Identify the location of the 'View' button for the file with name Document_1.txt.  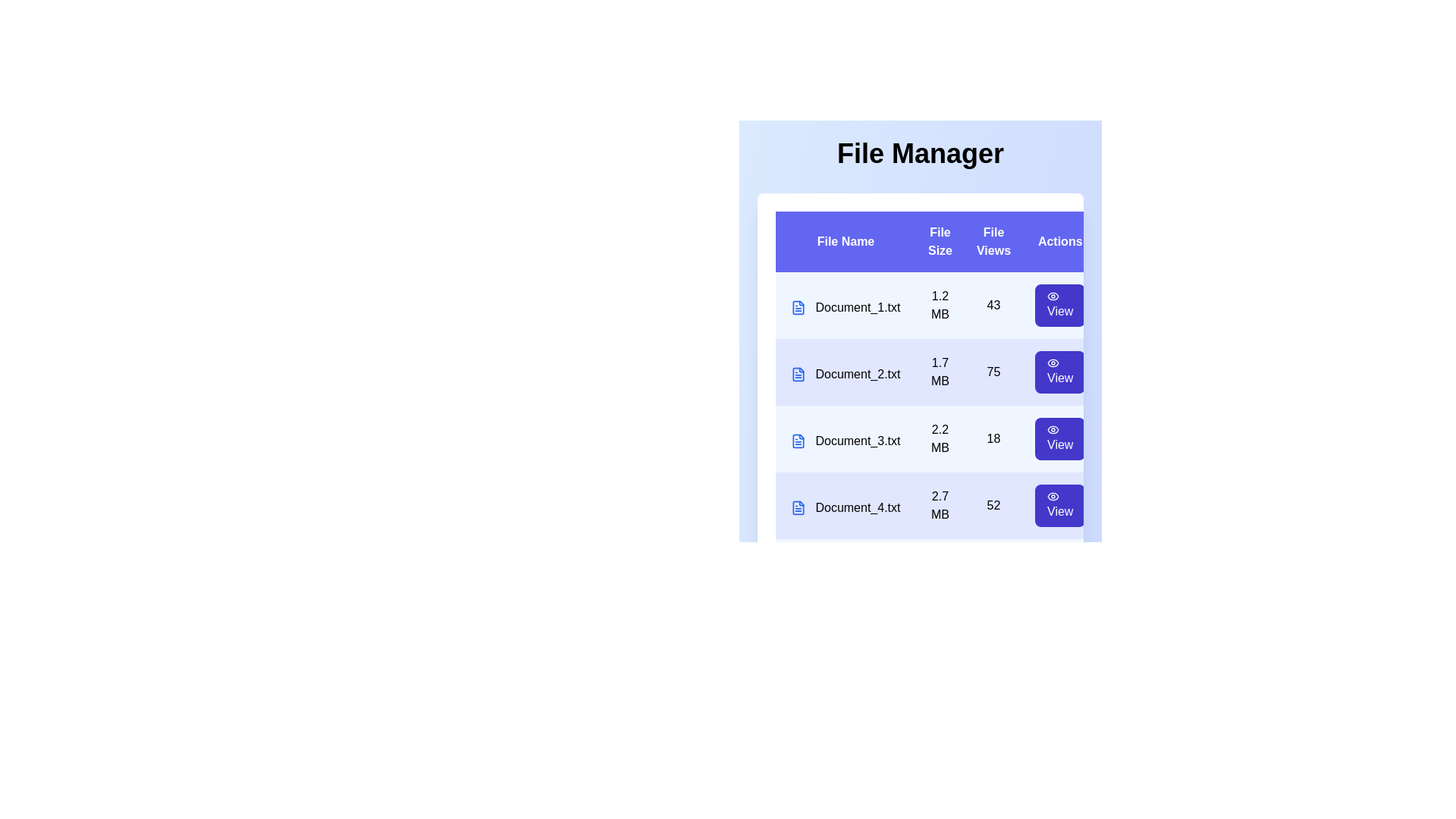
(1059, 305).